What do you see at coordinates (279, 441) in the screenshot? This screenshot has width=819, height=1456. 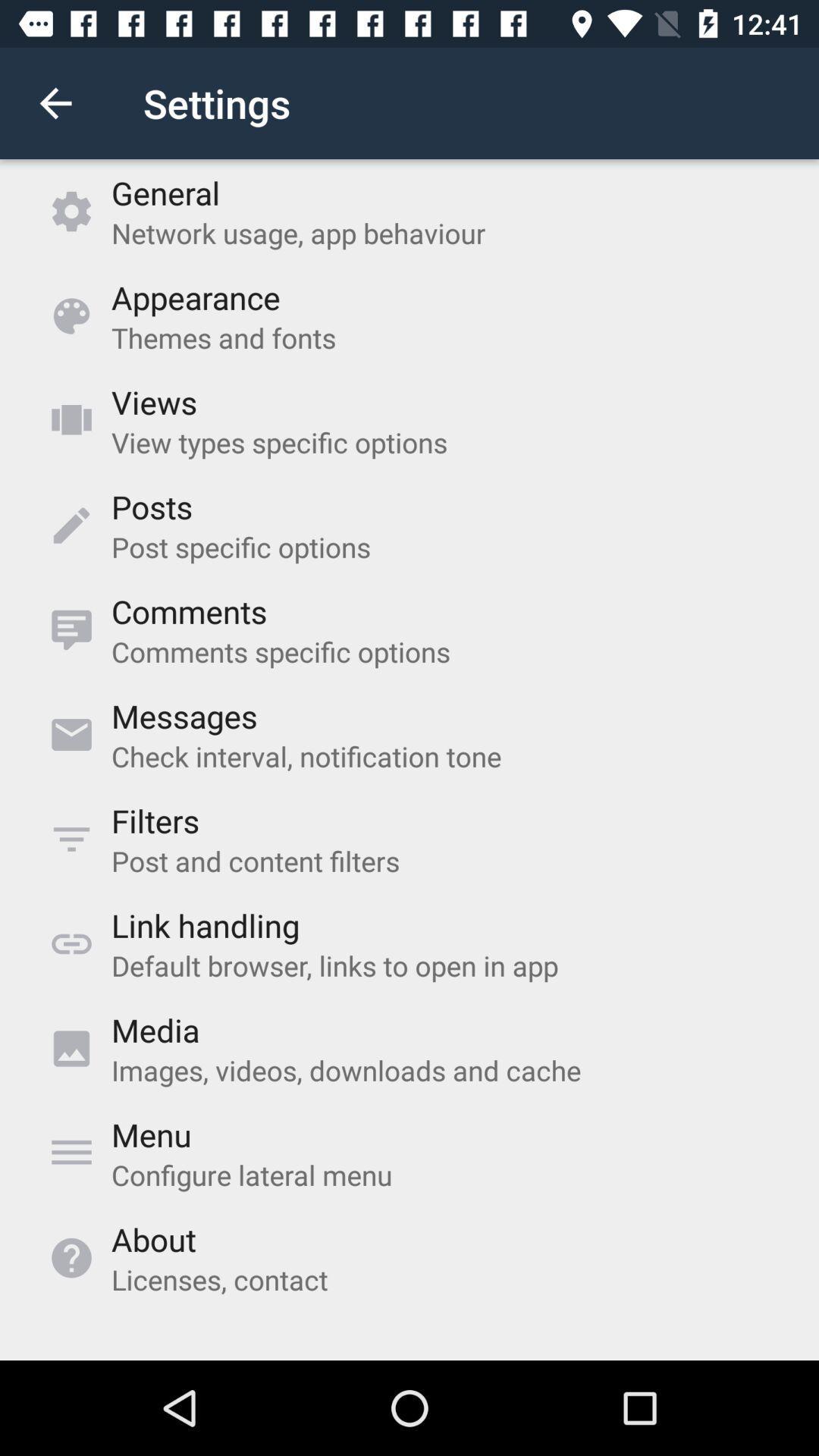 I see `item below views icon` at bounding box center [279, 441].